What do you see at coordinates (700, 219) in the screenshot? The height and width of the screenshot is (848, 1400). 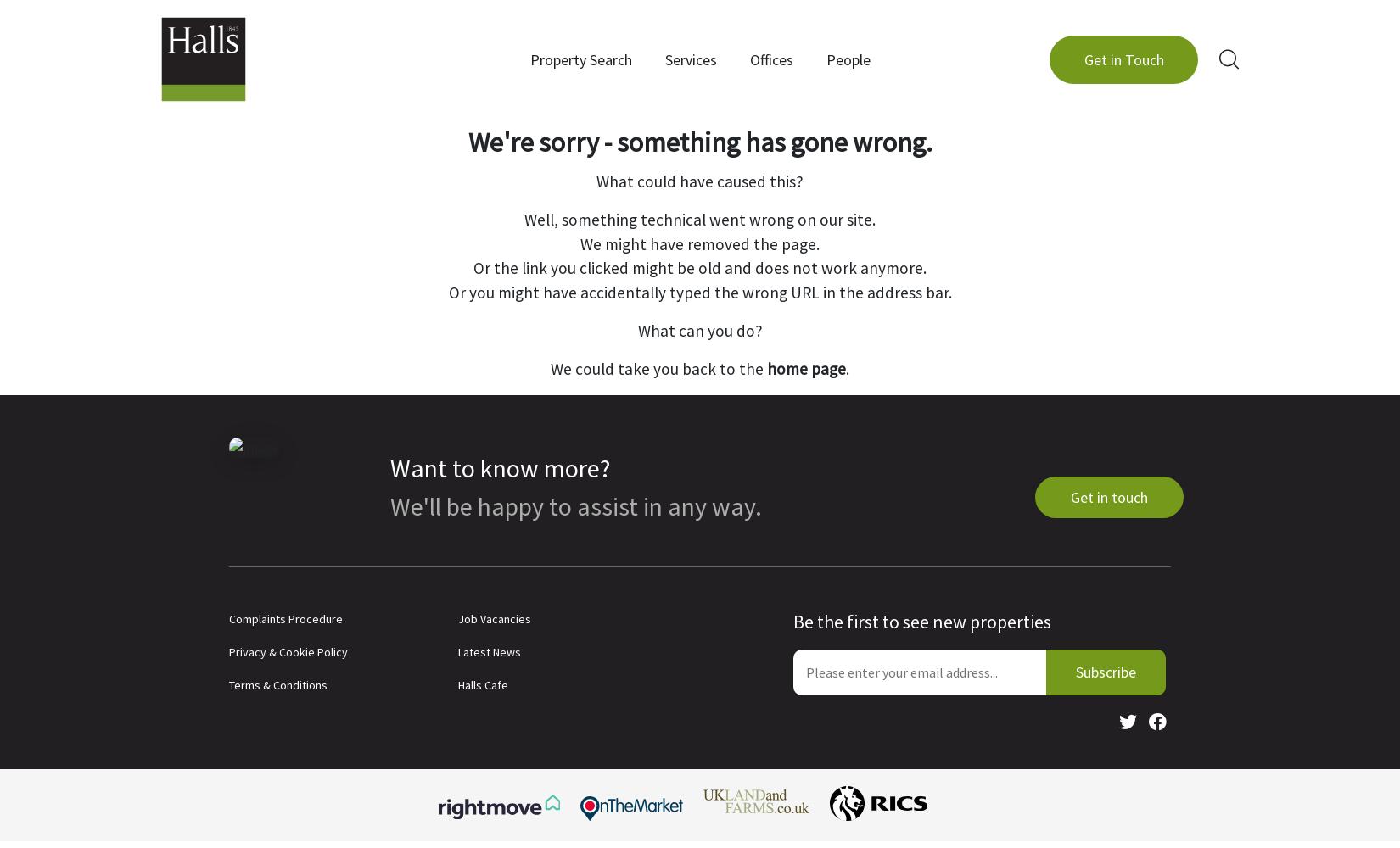 I see `'Well, something technical went wrong on our site.'` at bounding box center [700, 219].